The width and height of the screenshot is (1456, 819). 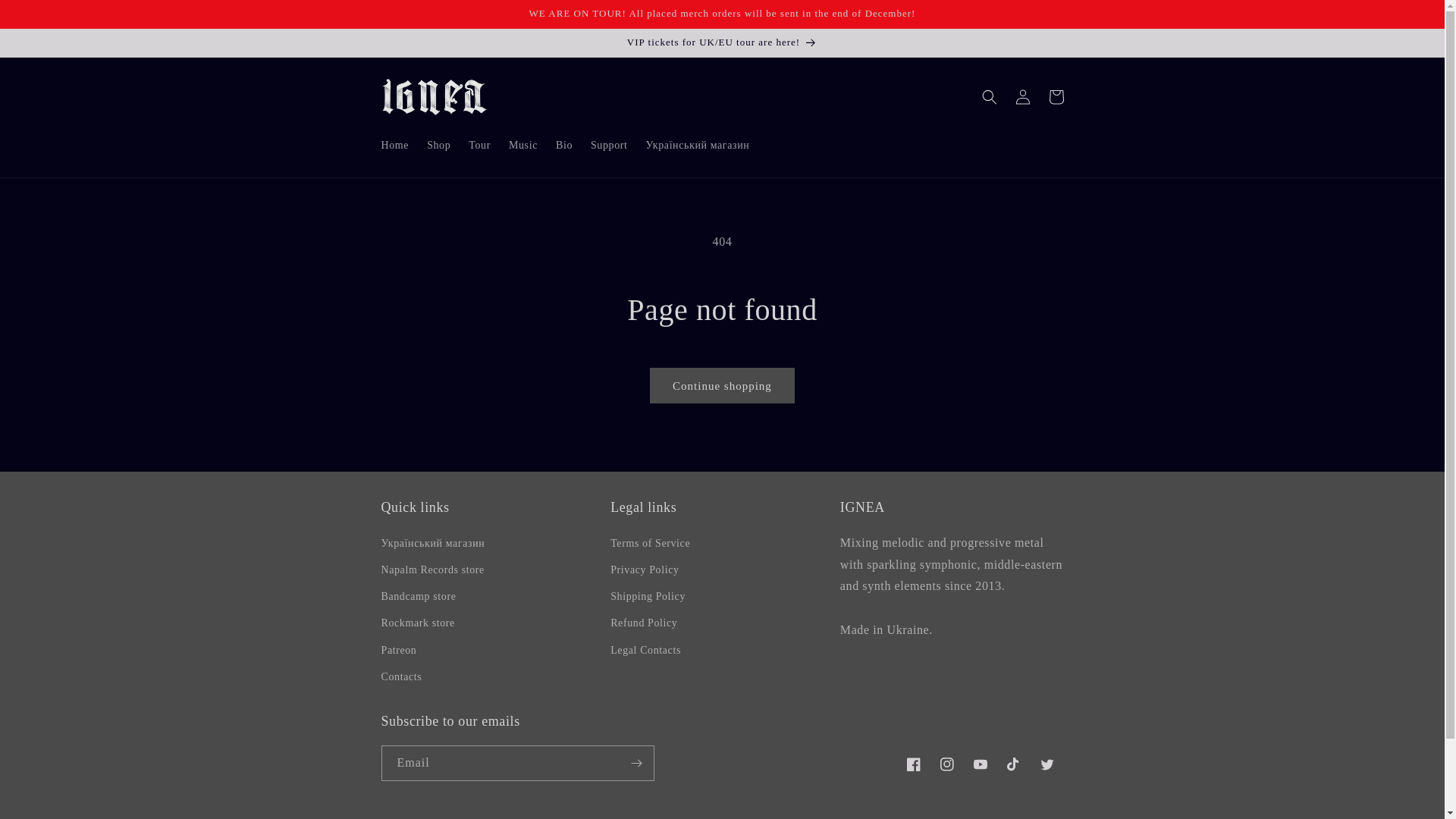 What do you see at coordinates (394, 146) in the screenshot?
I see `'Home'` at bounding box center [394, 146].